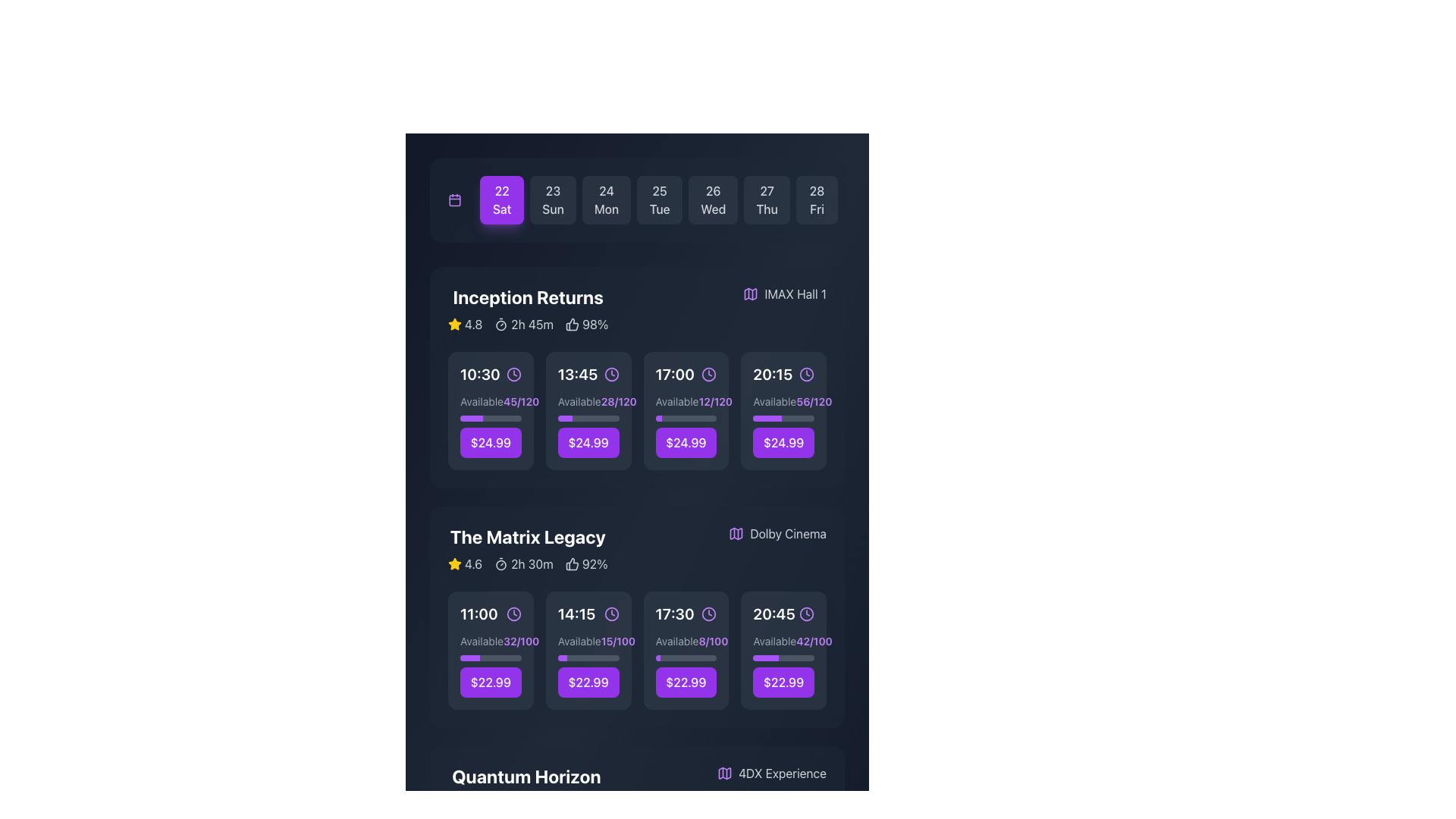  I want to click on the clock icon representing the time '10:30', located to the right of the time under the movie 'Inception Returns', so click(513, 374).